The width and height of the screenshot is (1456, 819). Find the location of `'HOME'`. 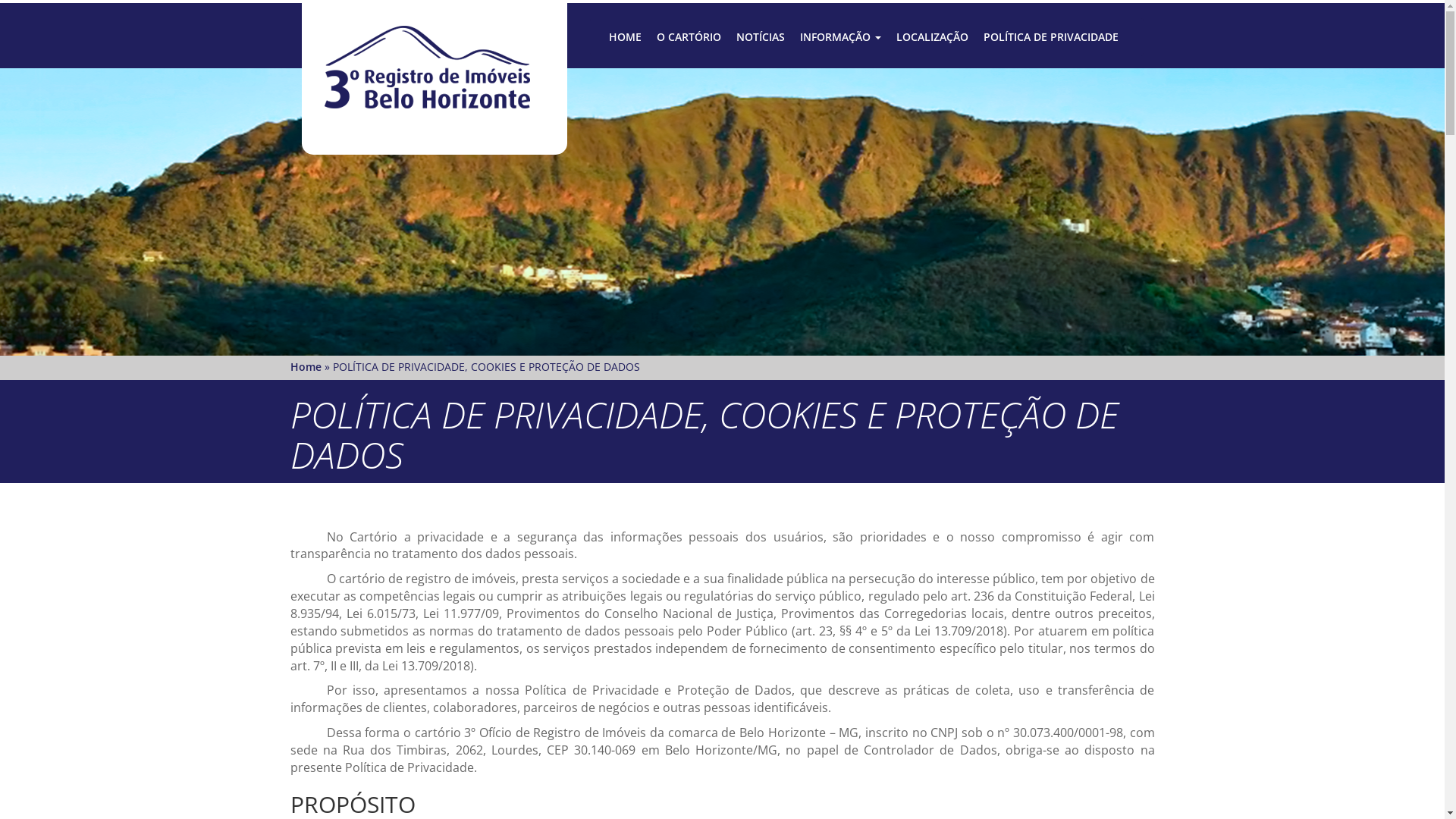

'HOME' is located at coordinates (624, 36).